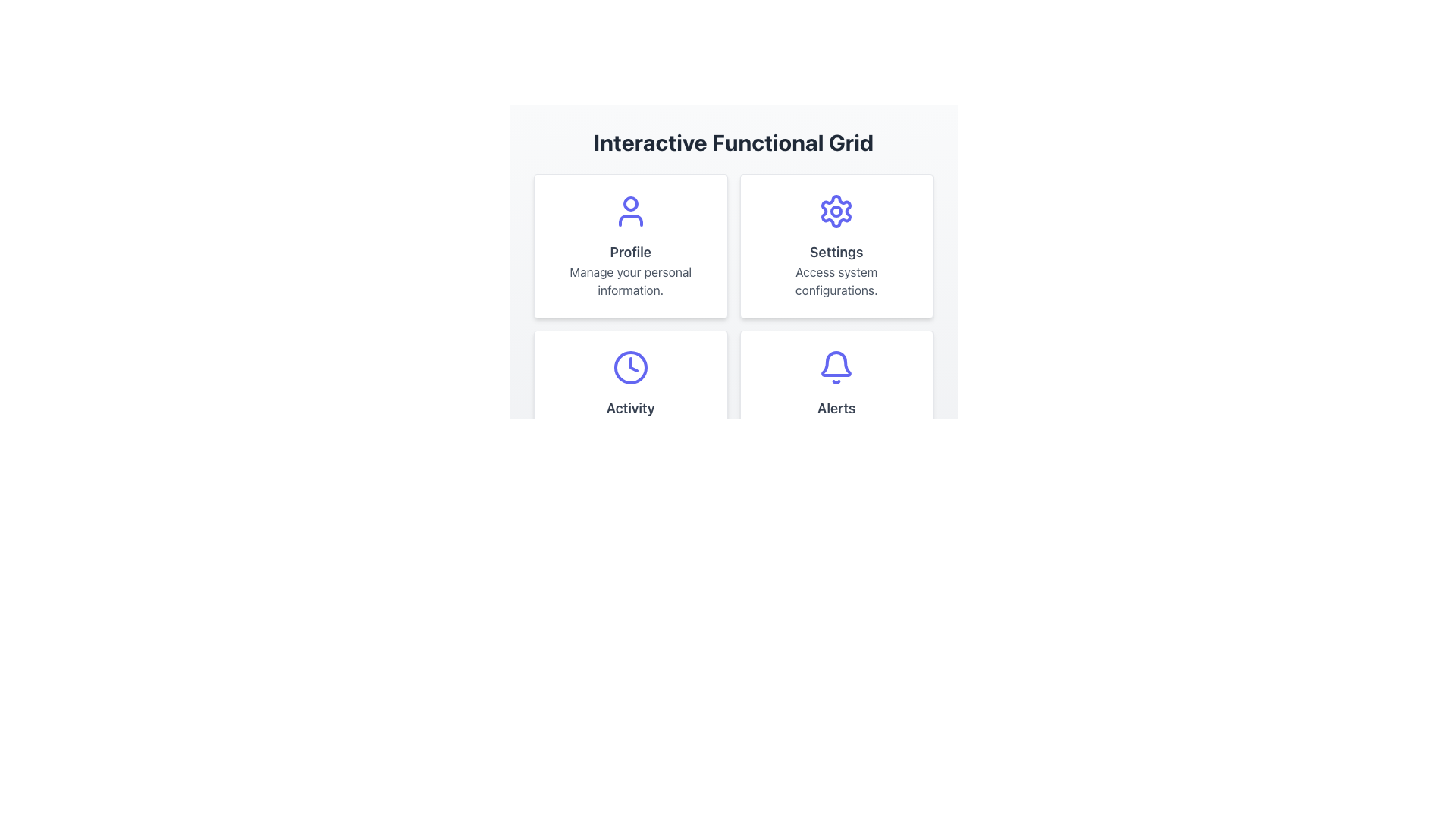  I want to click on the gear-shaped icon representing the settings option, which has a blue outline and white background, located in the upper right section of the grid layout, so click(836, 211).